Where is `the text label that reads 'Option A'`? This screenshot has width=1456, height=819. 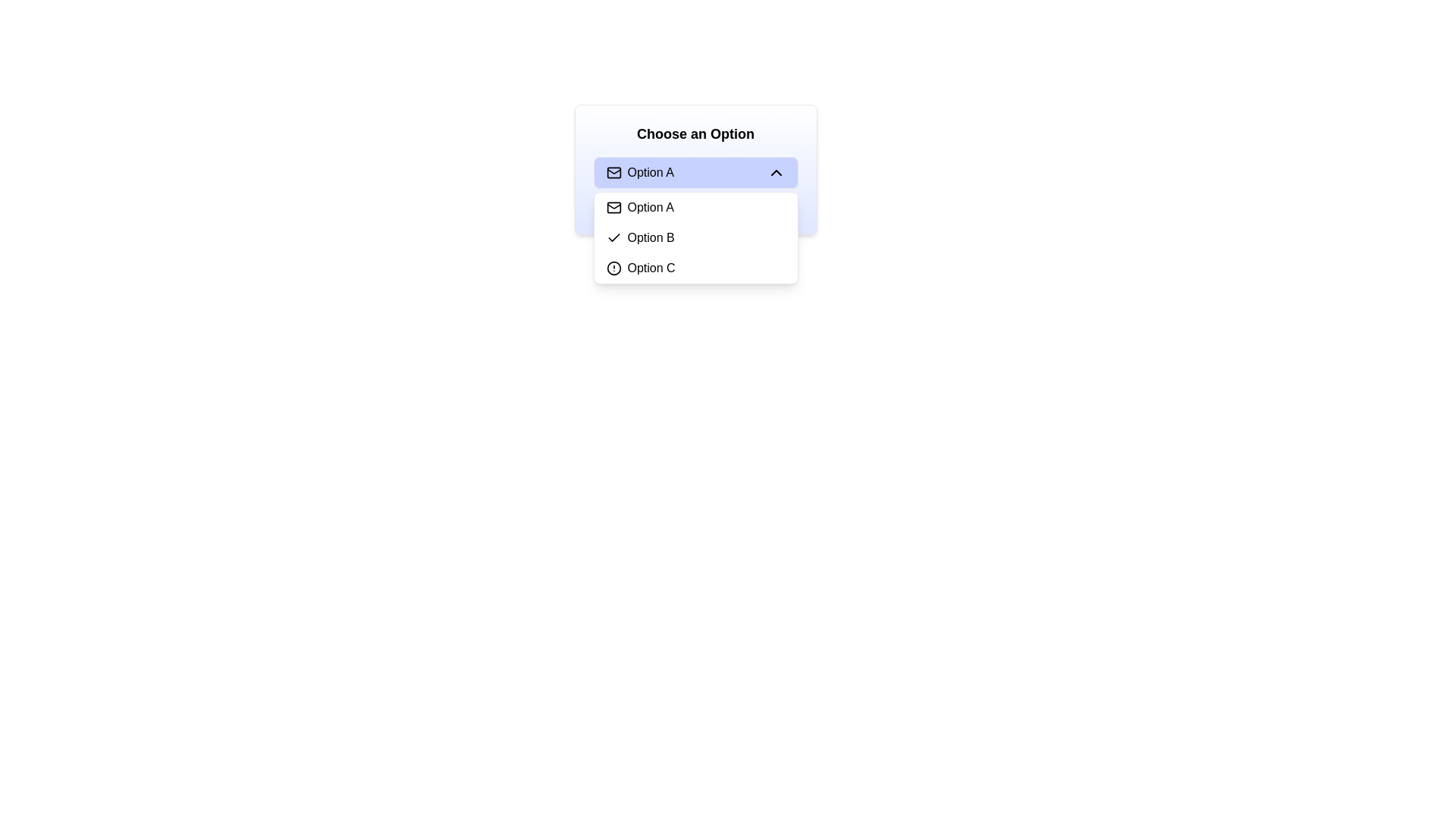 the text label that reads 'Option A' is located at coordinates (651, 207).